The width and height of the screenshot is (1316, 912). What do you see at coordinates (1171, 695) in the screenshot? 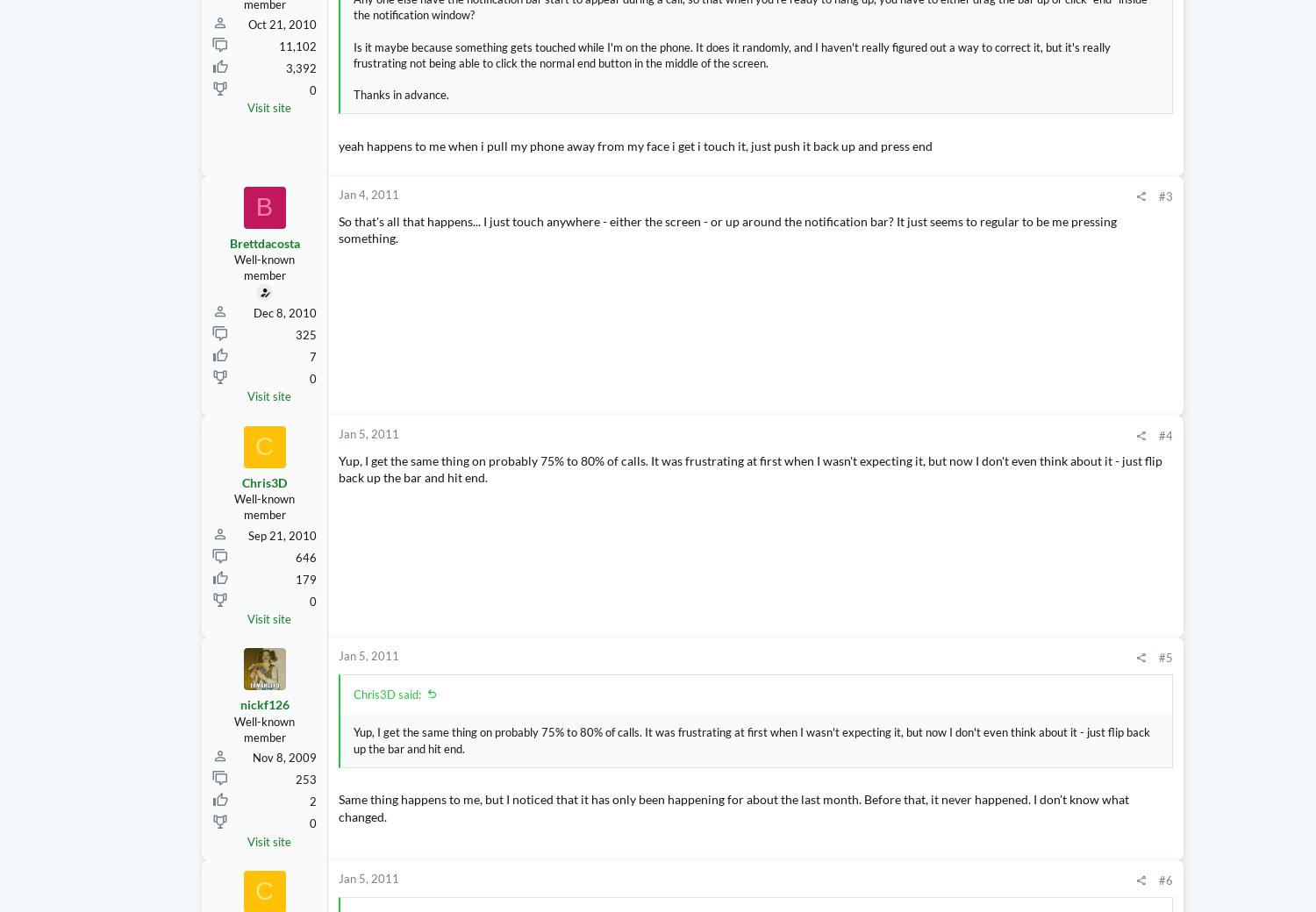
I see `'Android 14 Stable/One UI 6.0 Now Out'` at bounding box center [1171, 695].